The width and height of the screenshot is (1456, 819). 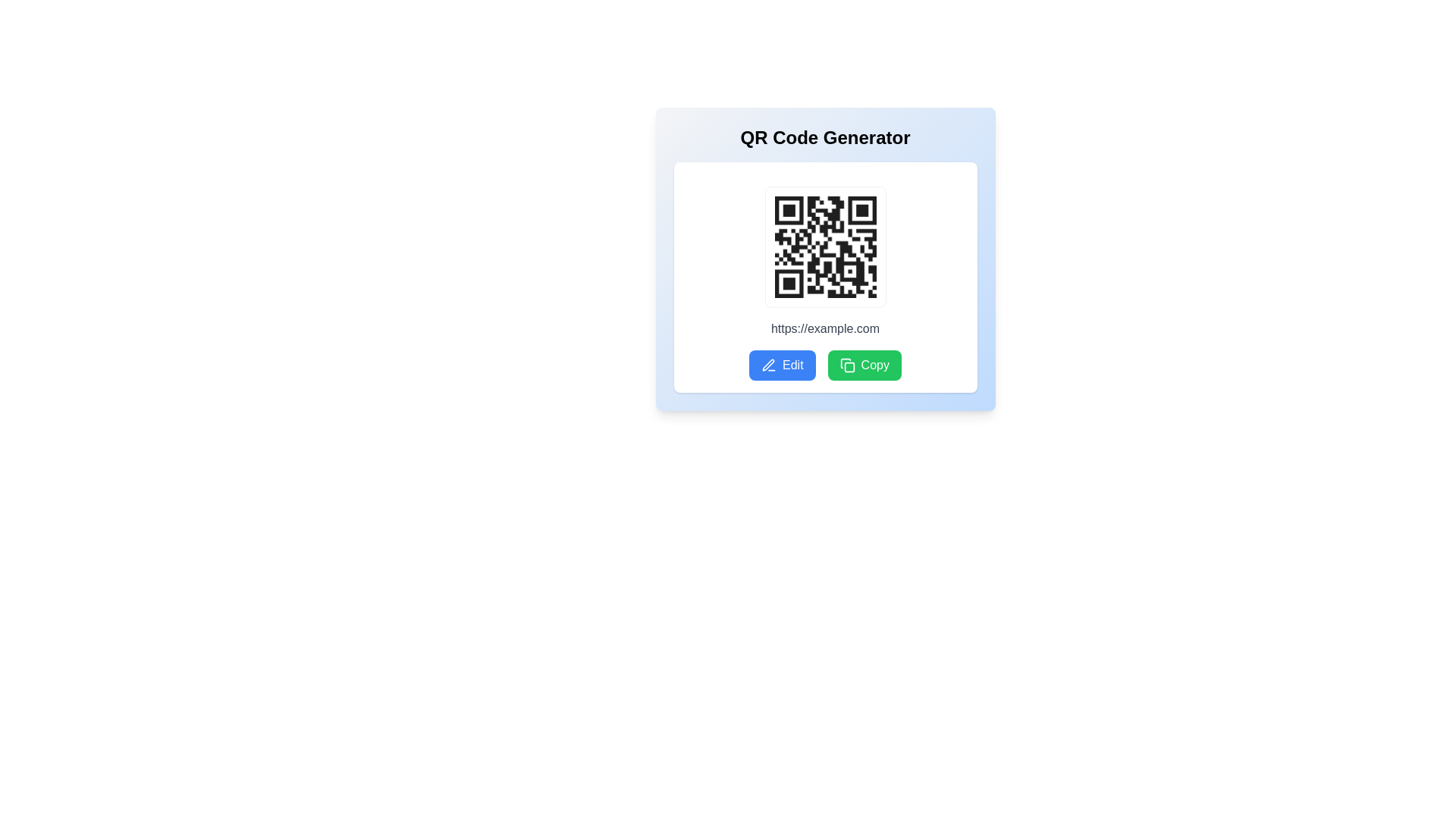 What do you see at coordinates (849, 367) in the screenshot?
I see `the SVG rectangle element that represents the 'Copy' button in the modal titled 'QR Code Generator'` at bounding box center [849, 367].